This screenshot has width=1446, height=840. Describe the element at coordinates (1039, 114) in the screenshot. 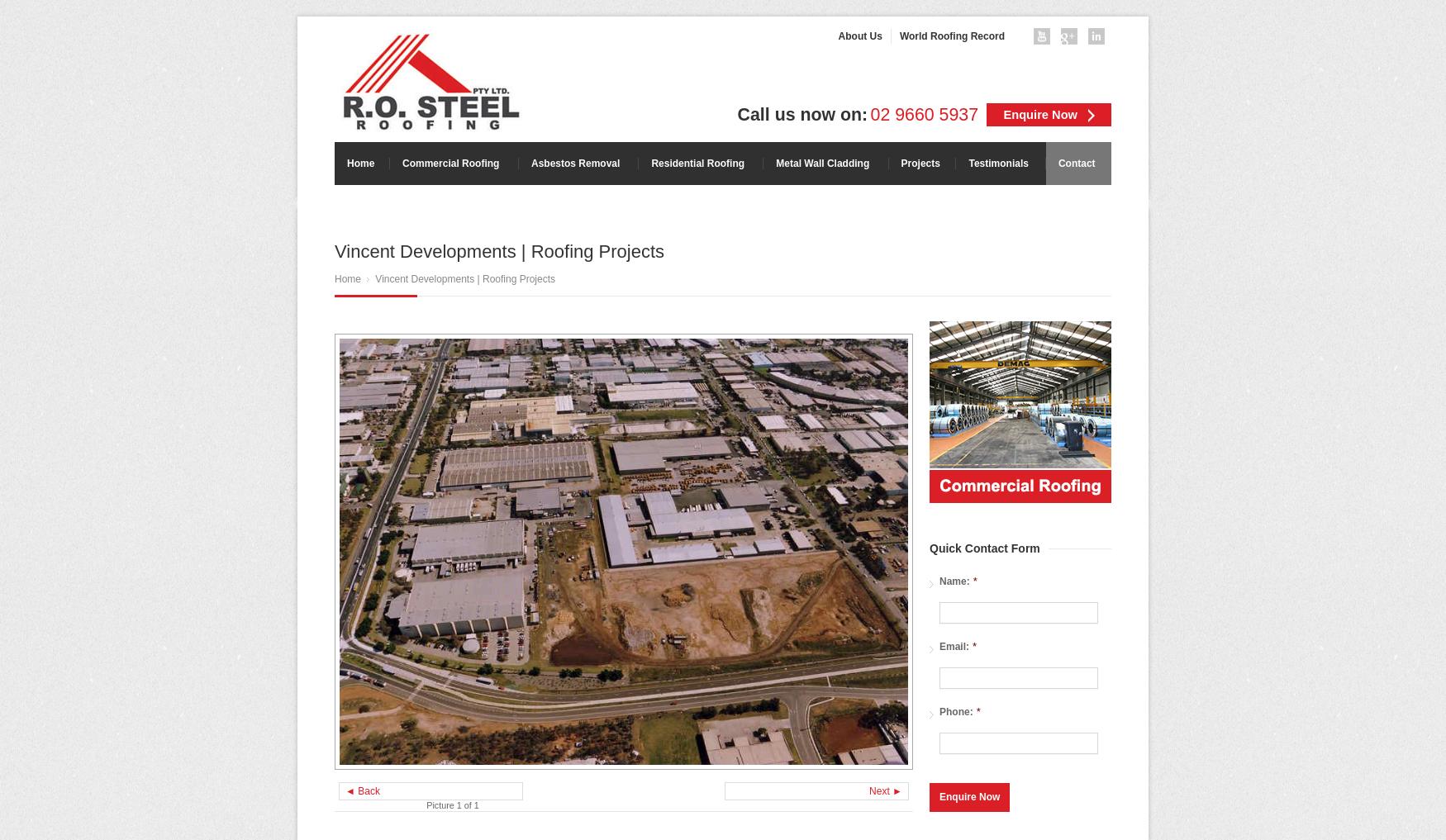

I see `'Enquire Now'` at that location.